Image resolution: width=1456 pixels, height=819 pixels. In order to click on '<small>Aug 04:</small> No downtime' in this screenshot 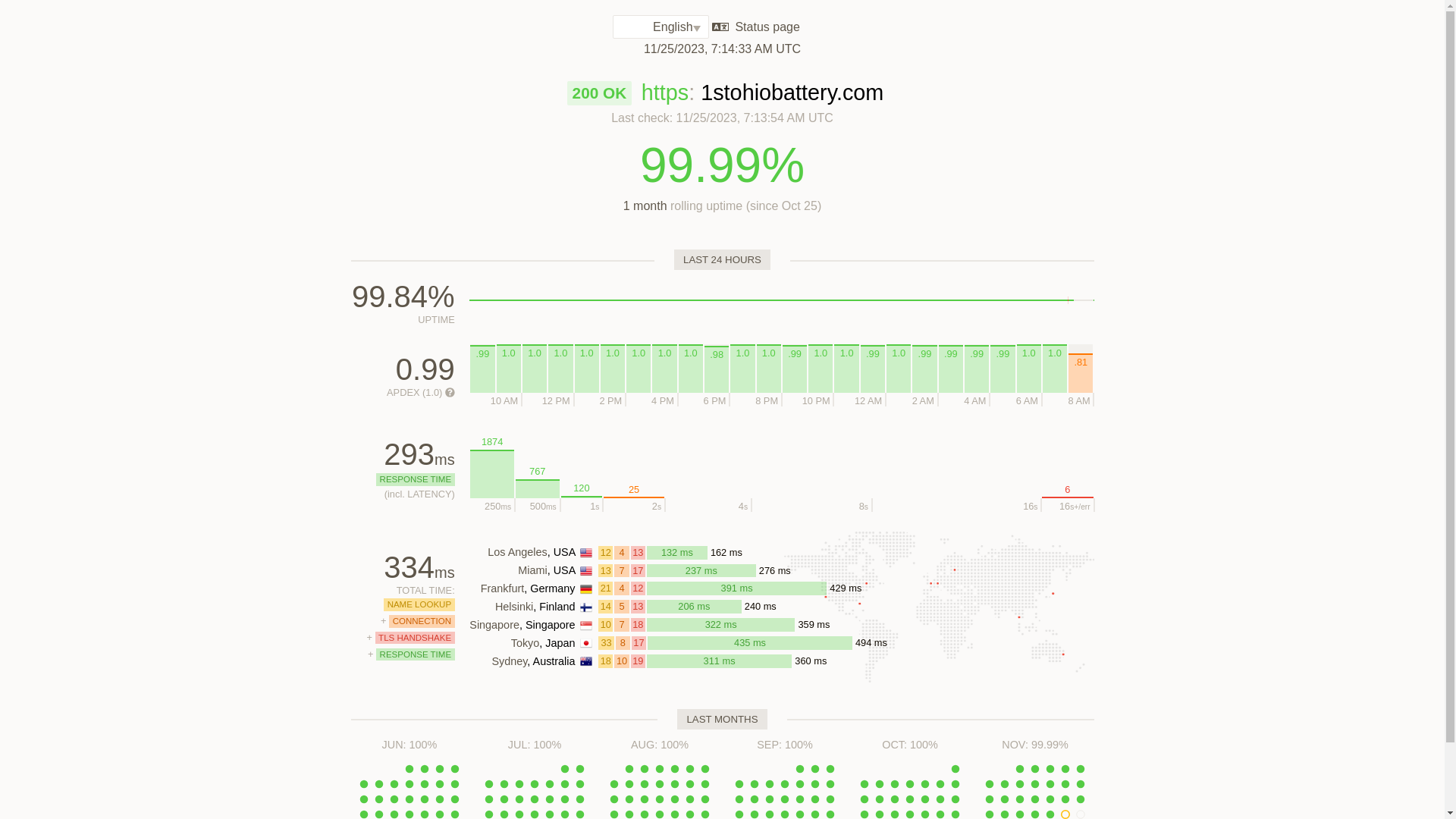, I will do `click(673, 769)`.